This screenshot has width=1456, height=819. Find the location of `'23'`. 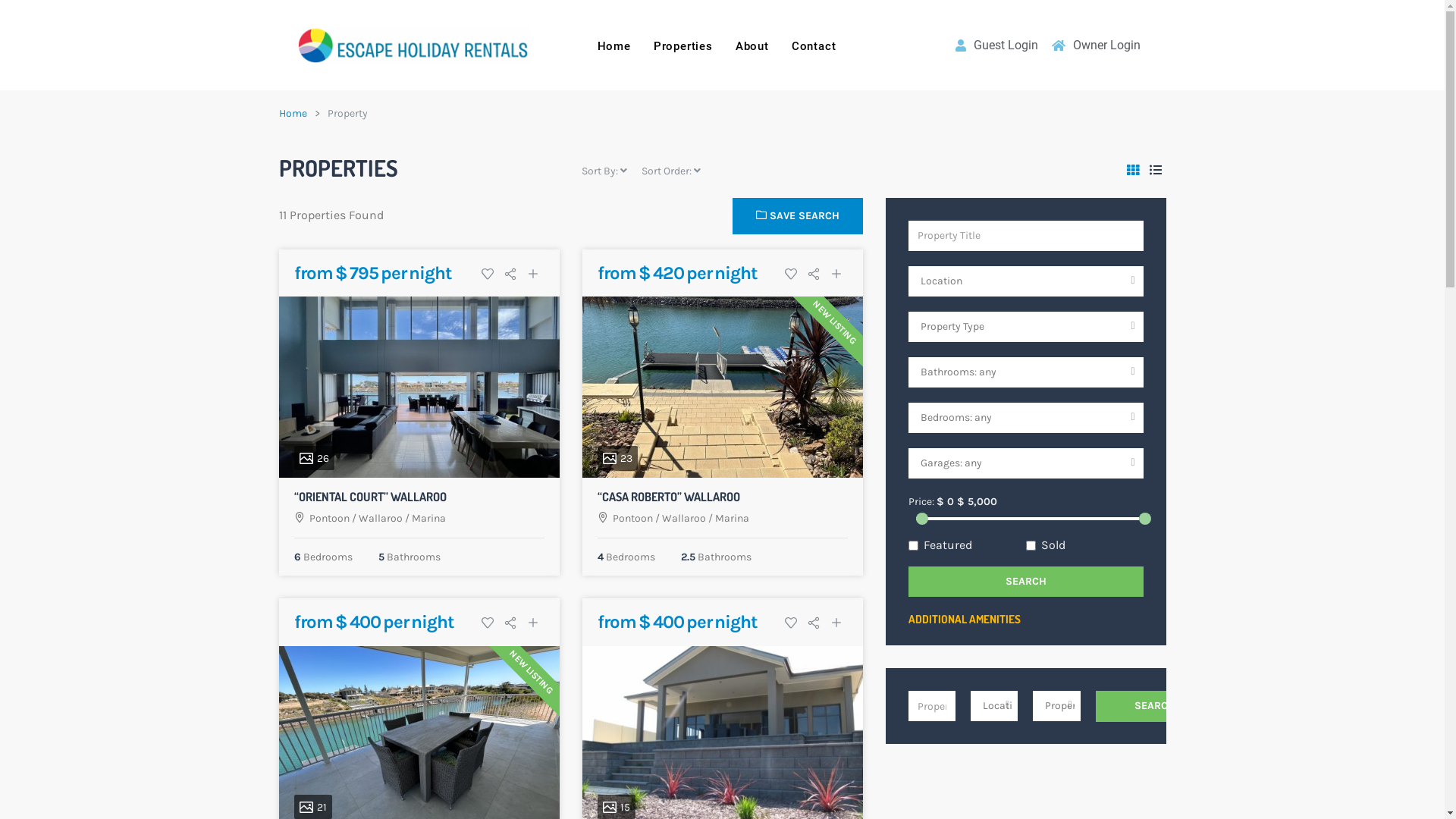

'23' is located at coordinates (722, 386).